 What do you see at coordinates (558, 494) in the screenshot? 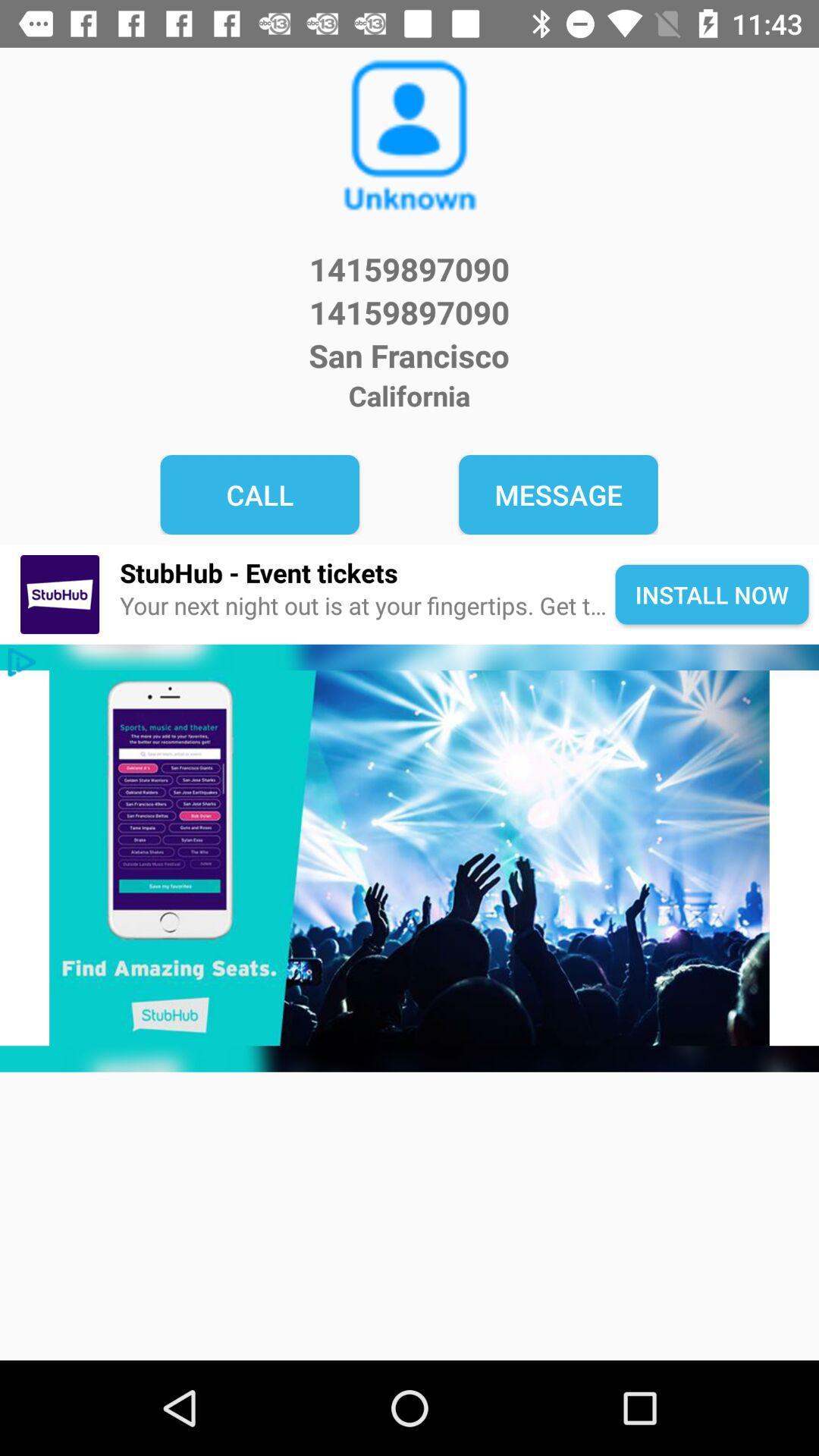
I see `the icon above the stubhub - event tickets item` at bounding box center [558, 494].